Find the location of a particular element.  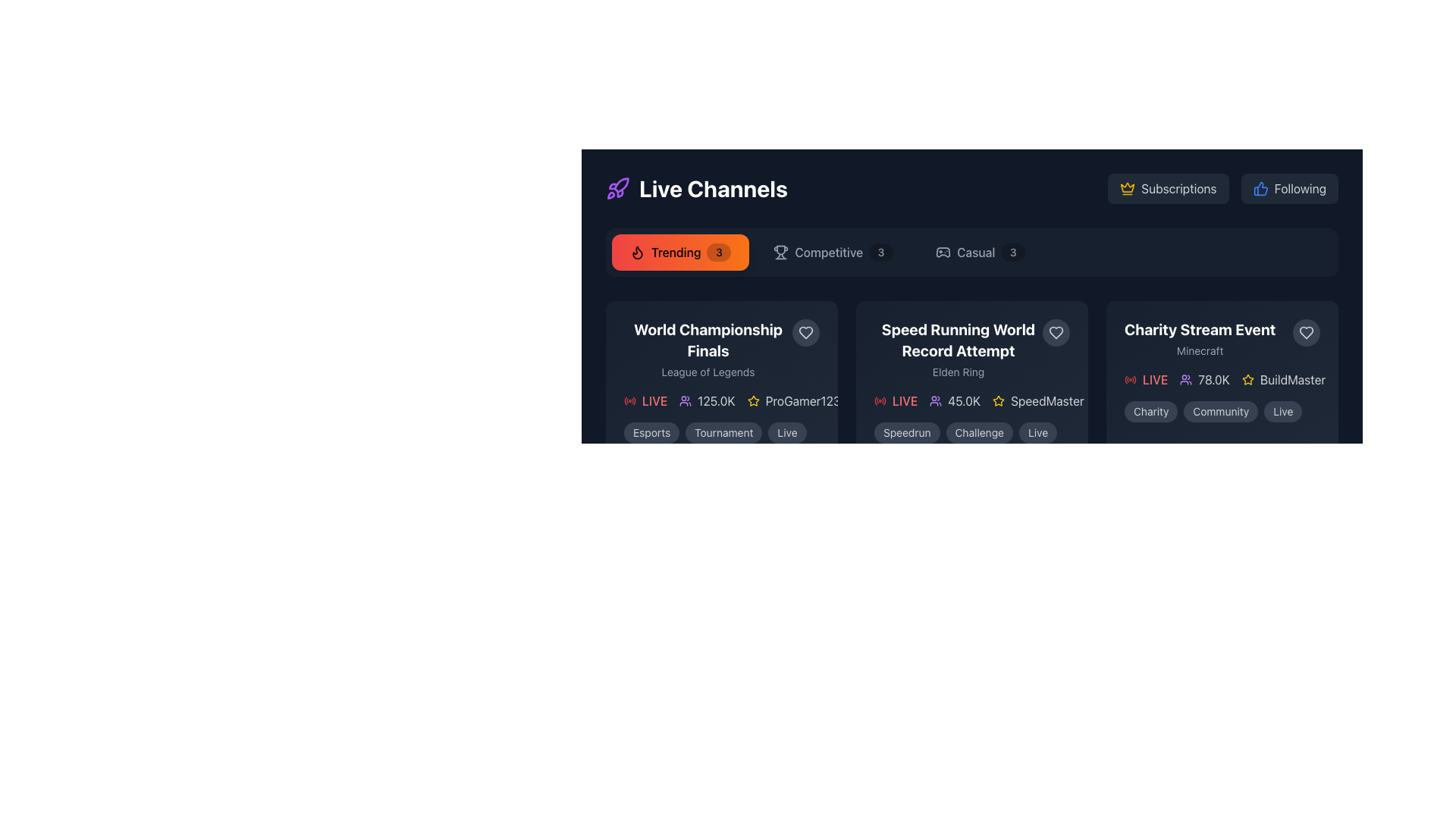

the pulsating Button-like indicator representing the 'live' status of the stream, located to the left of the 'LIVE' label in the Charity Stream Event card is located at coordinates (1131, 379).